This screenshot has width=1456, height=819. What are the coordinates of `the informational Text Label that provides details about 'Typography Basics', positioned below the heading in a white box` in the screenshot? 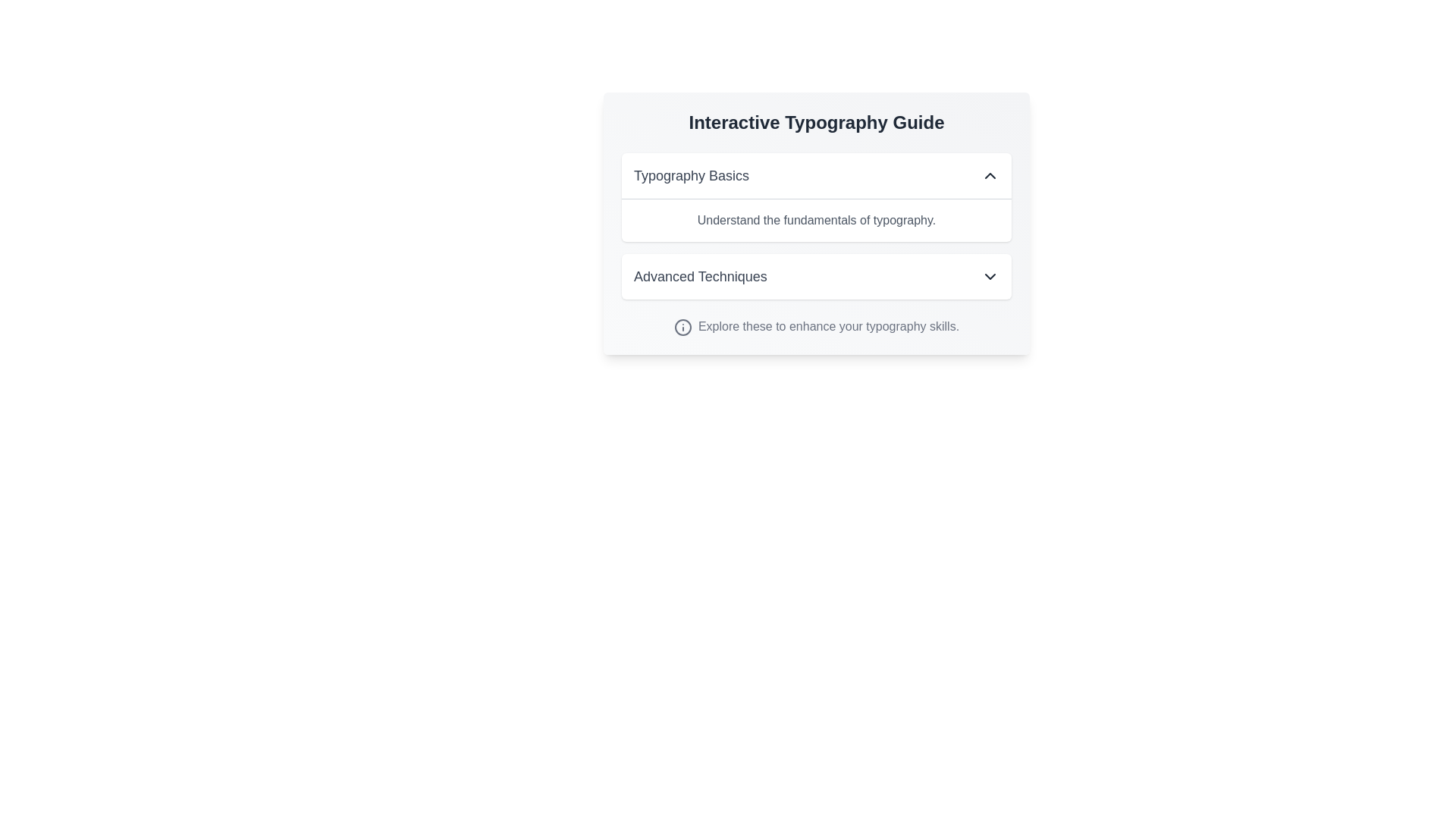 It's located at (815, 220).